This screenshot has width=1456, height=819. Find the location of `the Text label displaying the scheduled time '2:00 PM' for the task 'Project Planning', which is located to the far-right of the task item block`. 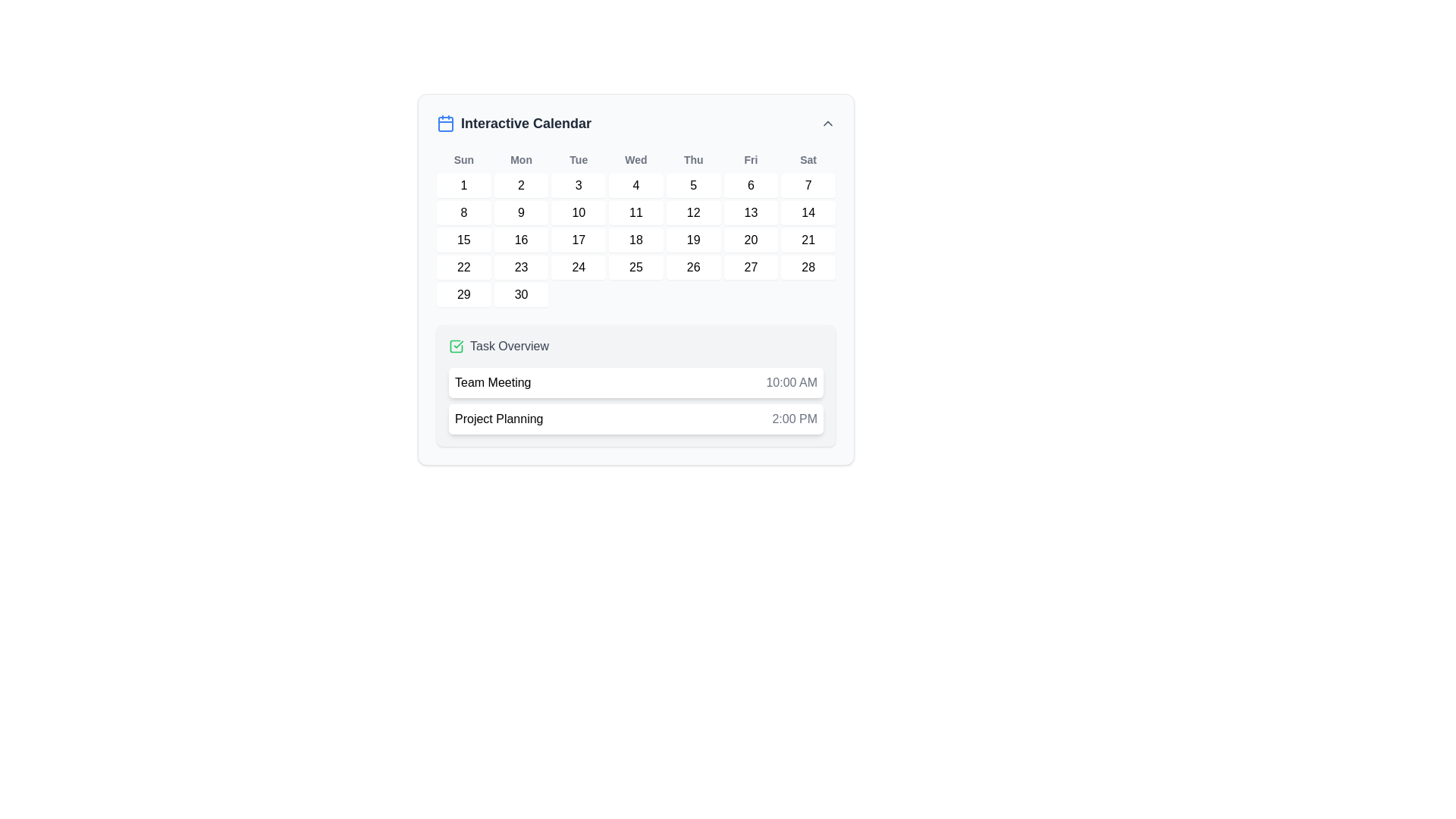

the Text label displaying the scheduled time '2:00 PM' for the task 'Project Planning', which is located to the far-right of the task item block is located at coordinates (794, 419).